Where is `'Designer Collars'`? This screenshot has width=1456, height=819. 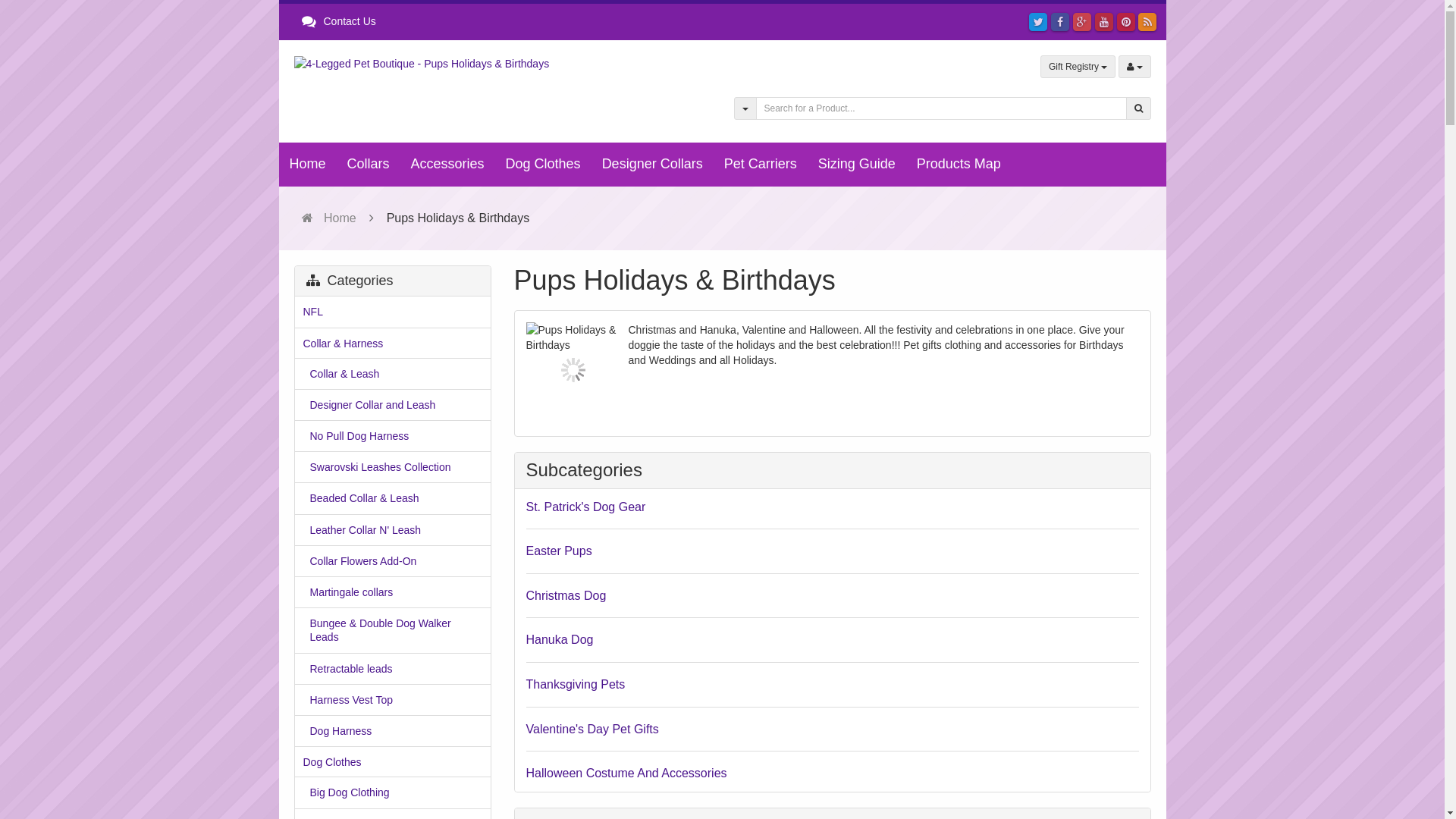
'Designer Collars' is located at coordinates (652, 164).